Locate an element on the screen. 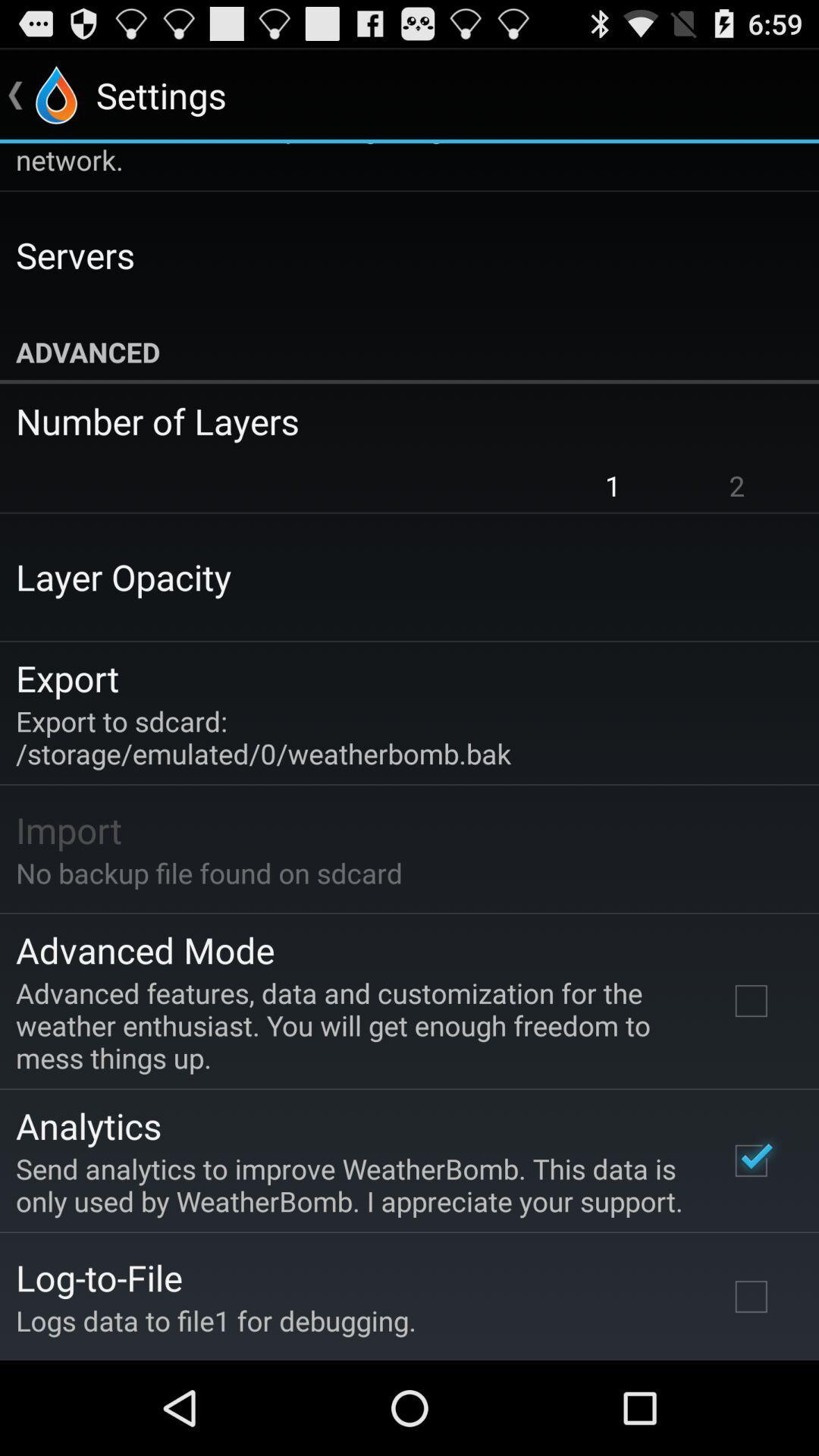 The width and height of the screenshot is (819, 1456). the icon below number of layers item is located at coordinates (736, 485).